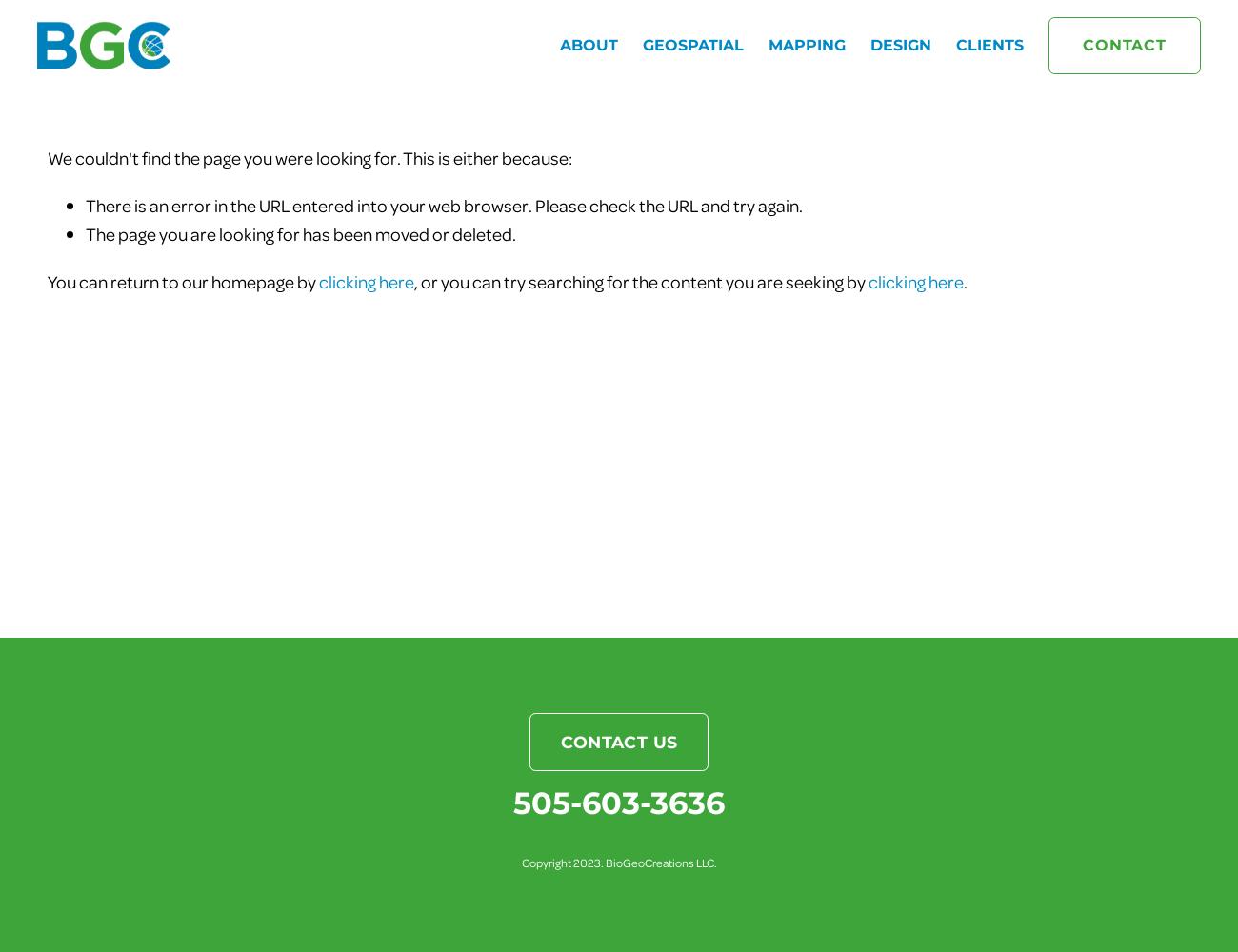  I want to click on 'Copyright 2023. BioGeoCreations LLC.', so click(618, 863).